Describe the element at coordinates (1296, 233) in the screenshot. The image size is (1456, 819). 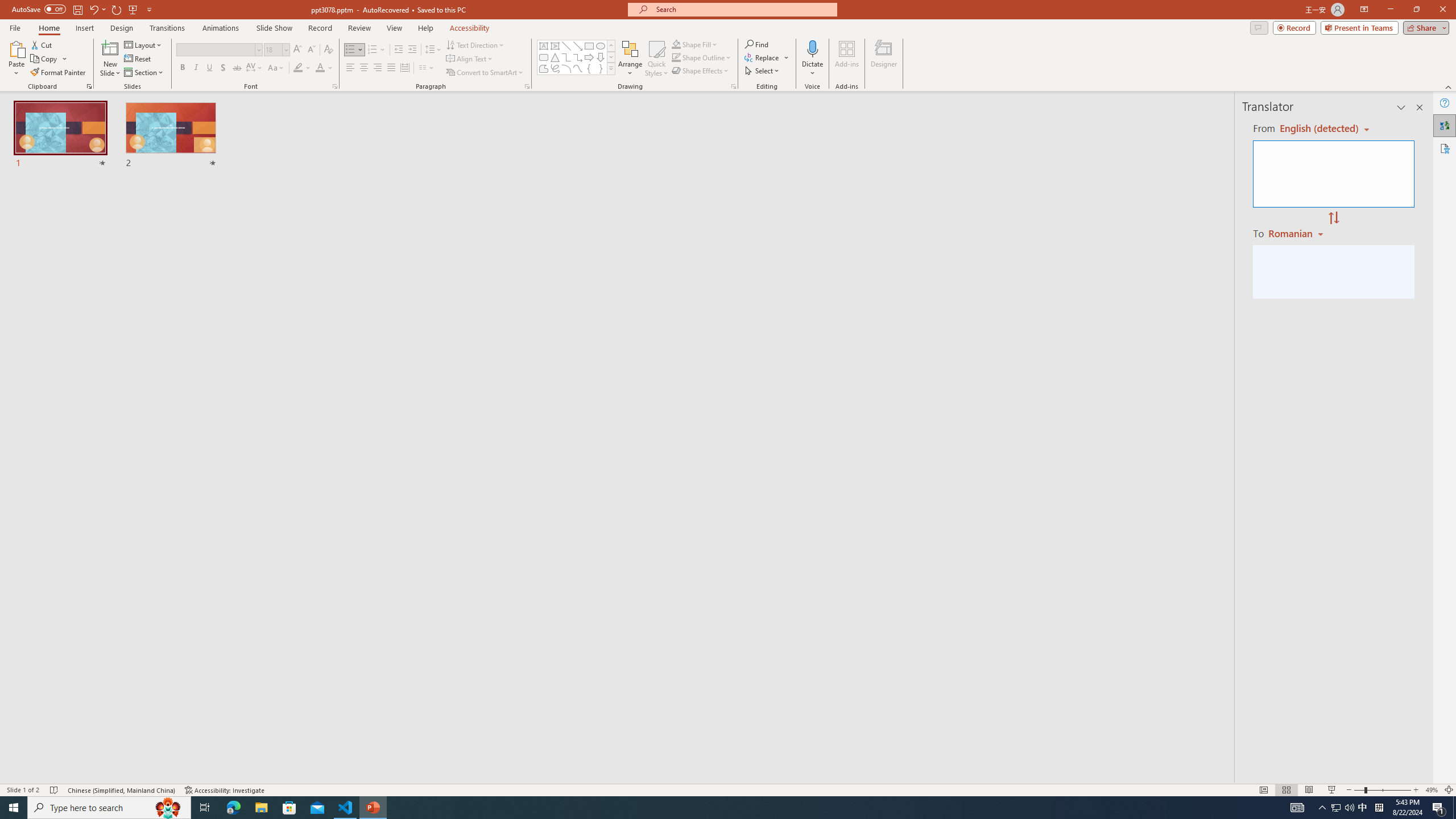
I see `'Romanian'` at that location.